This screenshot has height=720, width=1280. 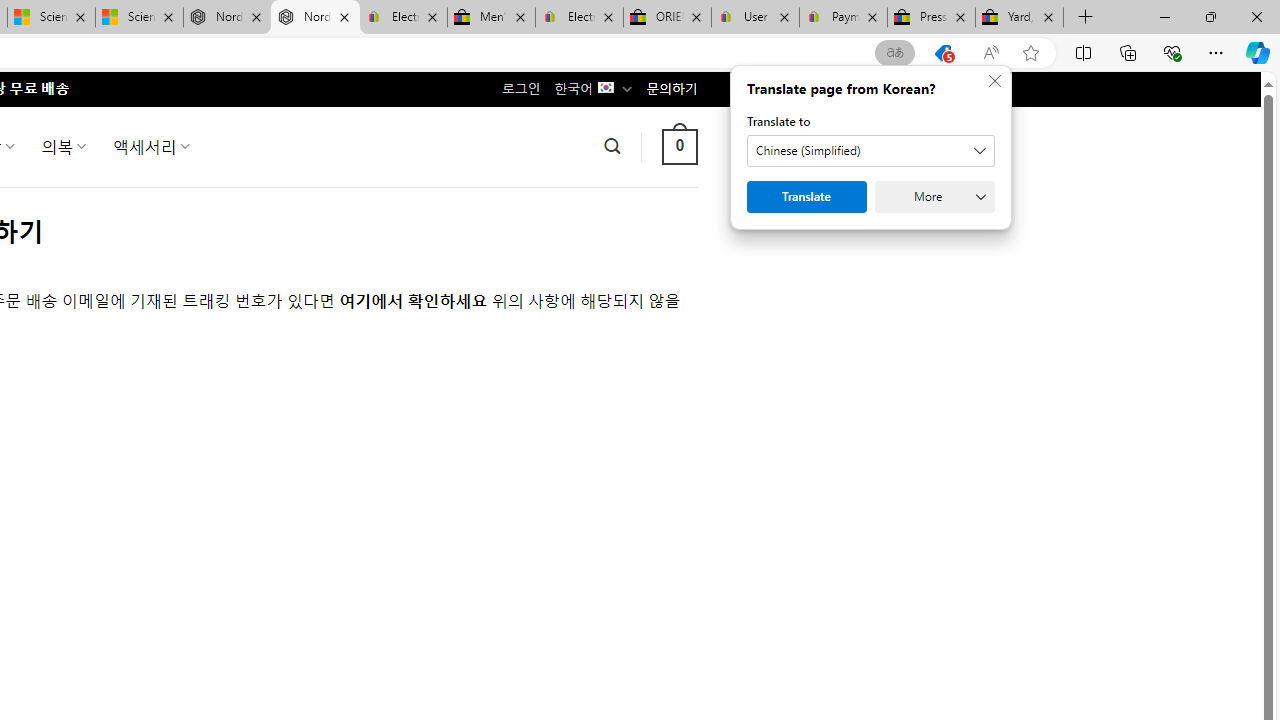 What do you see at coordinates (807, 196) in the screenshot?
I see `'Translate'` at bounding box center [807, 196].